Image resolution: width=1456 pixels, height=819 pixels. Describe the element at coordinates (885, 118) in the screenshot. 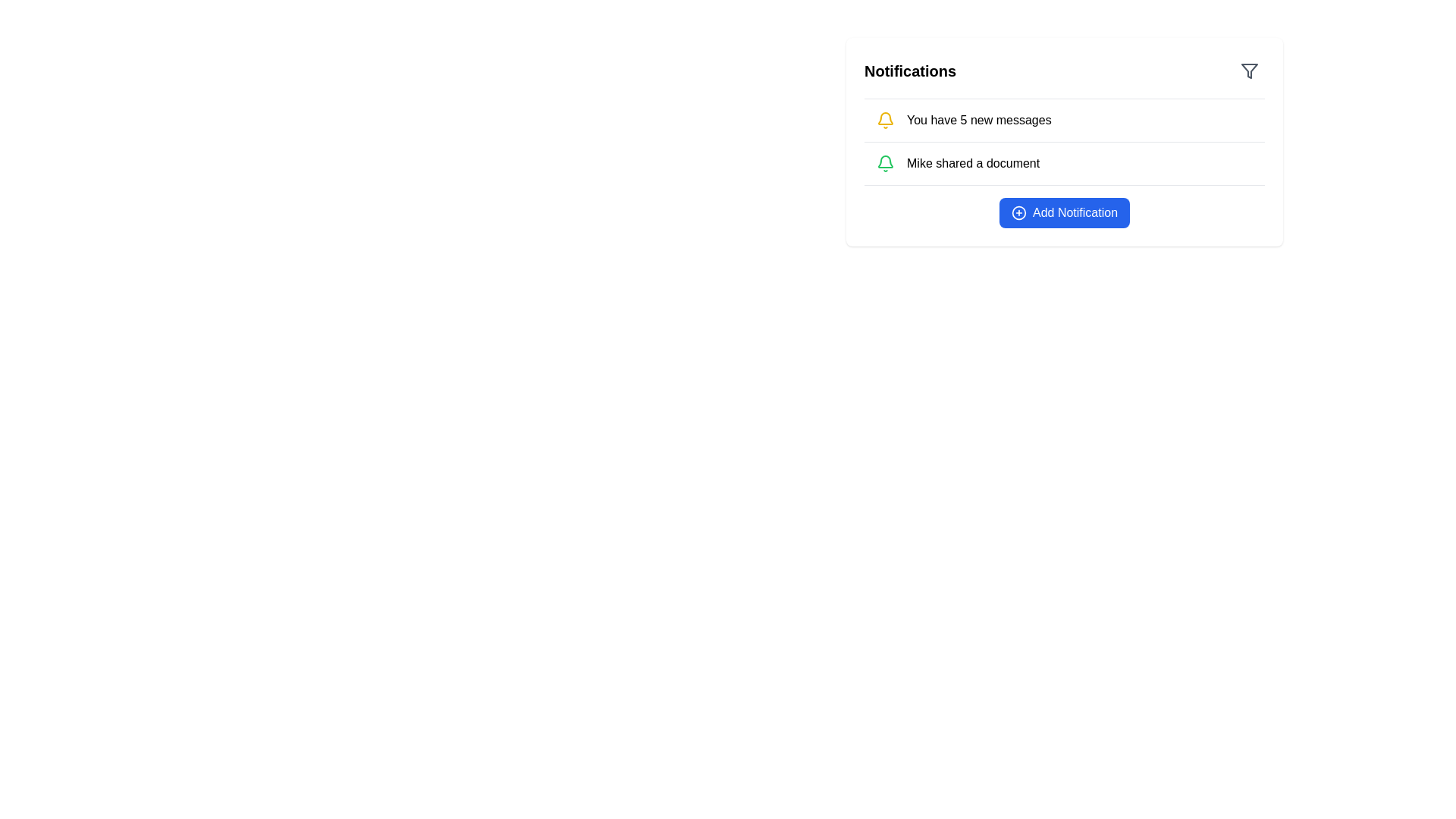

I see `the bell-shaped notification icon representing new messages located within the notification popup` at that location.